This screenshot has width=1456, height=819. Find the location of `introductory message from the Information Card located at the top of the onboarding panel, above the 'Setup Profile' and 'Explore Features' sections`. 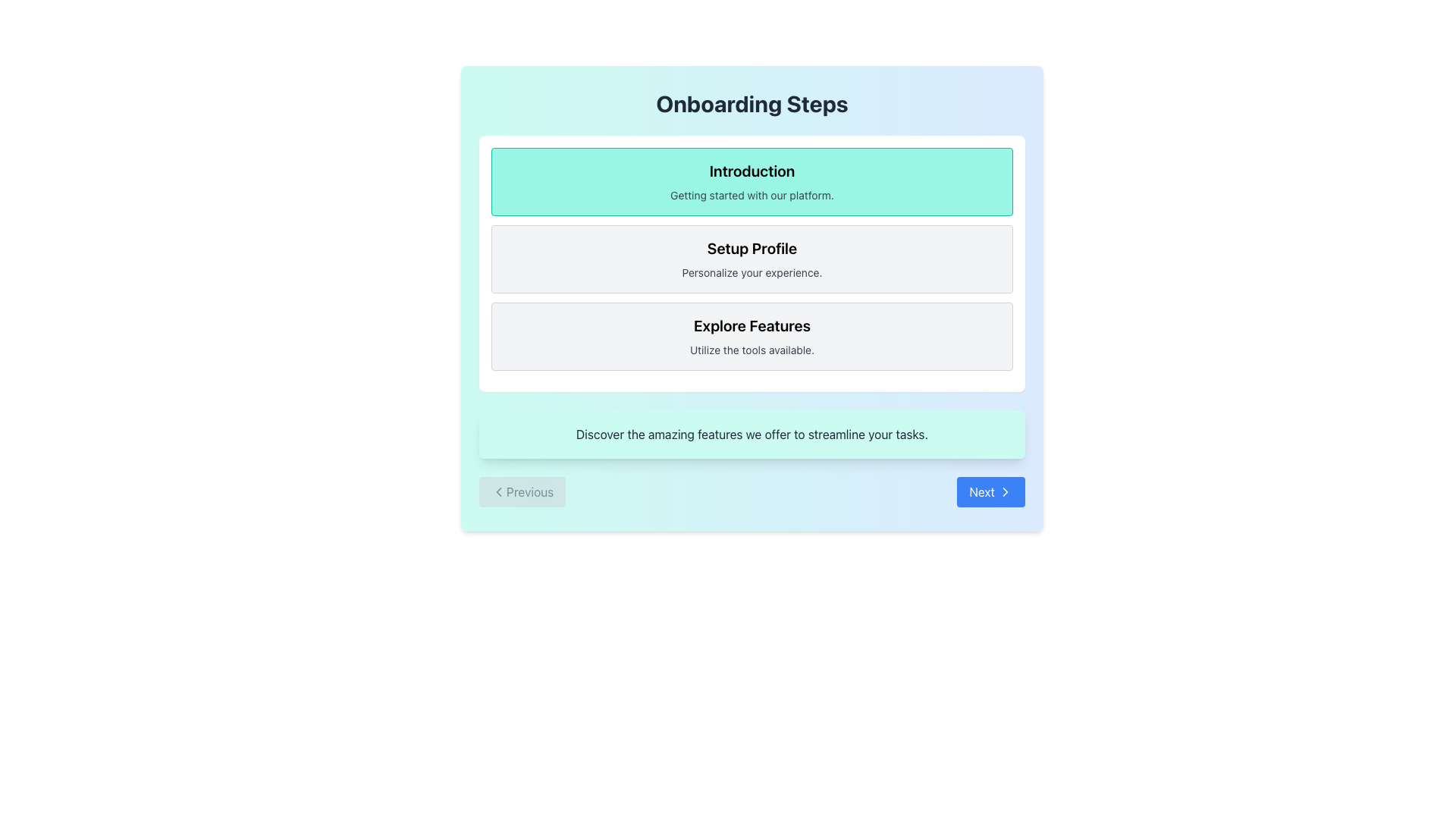

introductory message from the Information Card located at the top of the onboarding panel, above the 'Setup Profile' and 'Explore Features' sections is located at coordinates (752, 180).